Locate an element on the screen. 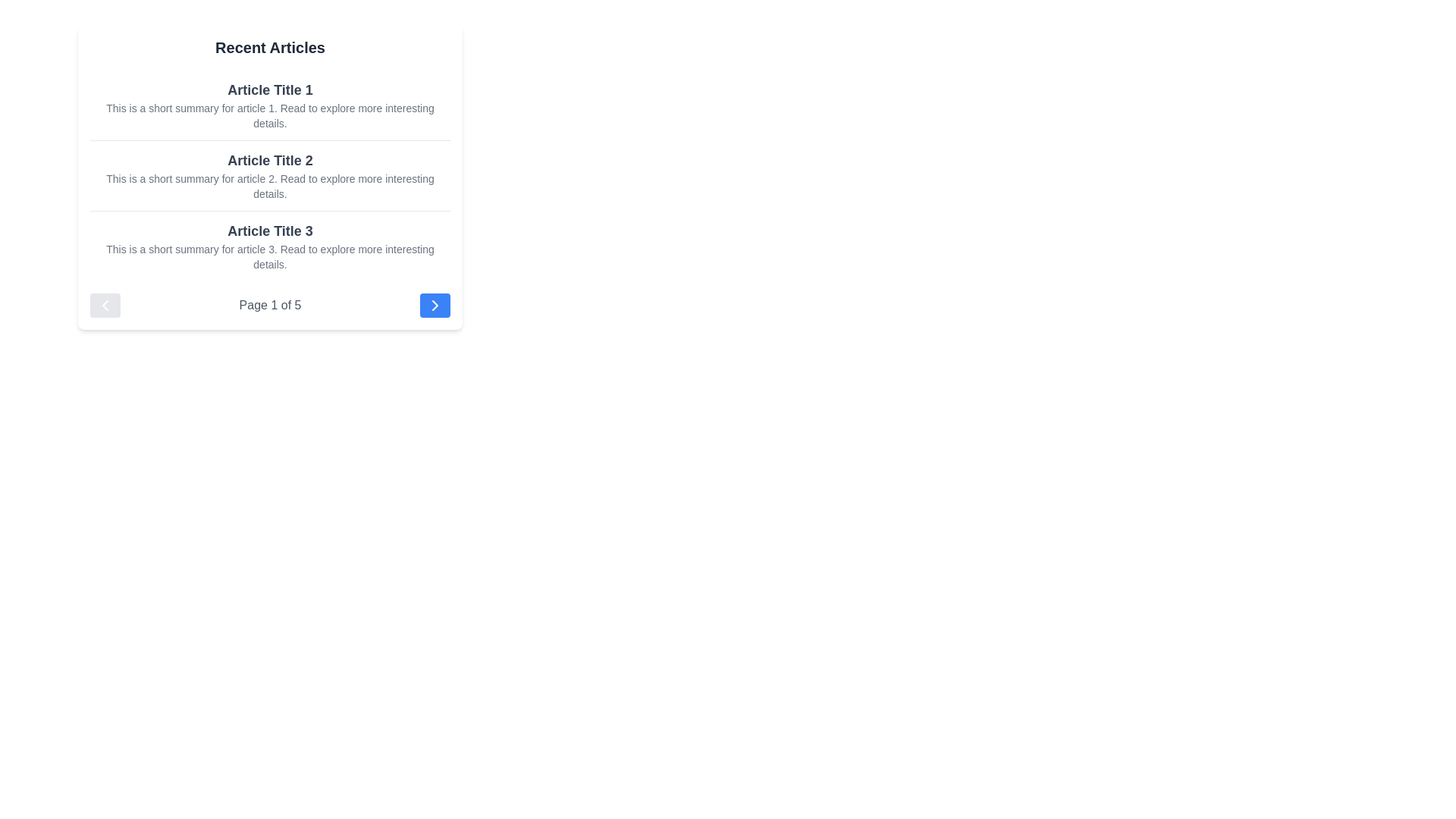 This screenshot has width=1456, height=819. the title header of the first article in the 'Recent Articles' list is located at coordinates (270, 90).